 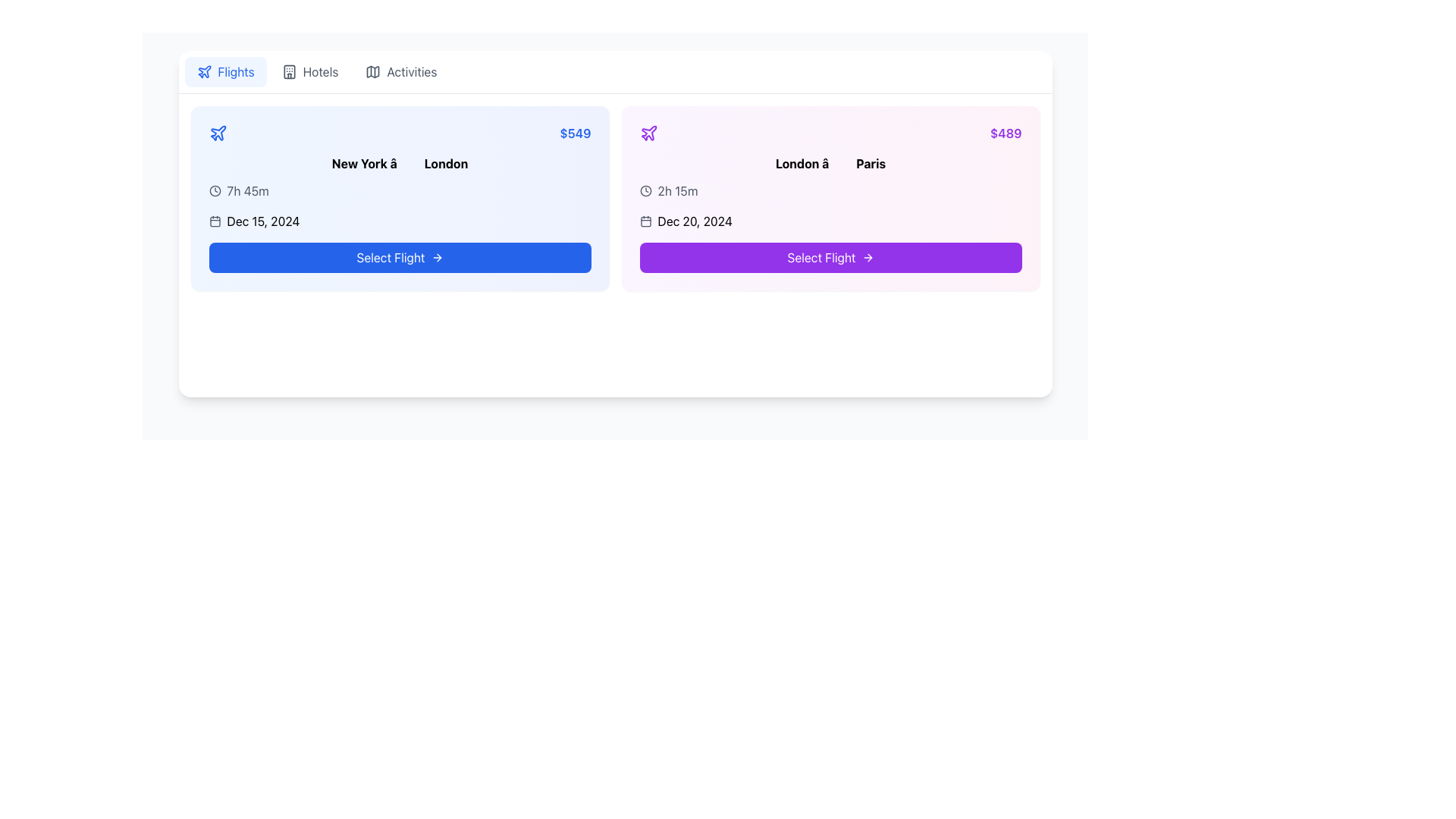 What do you see at coordinates (645, 221) in the screenshot?
I see `the visual representation of the calendar icon located to the left of the text 'Dec 20, 2024' in the flight details card for the route 'London â Paris'` at bounding box center [645, 221].